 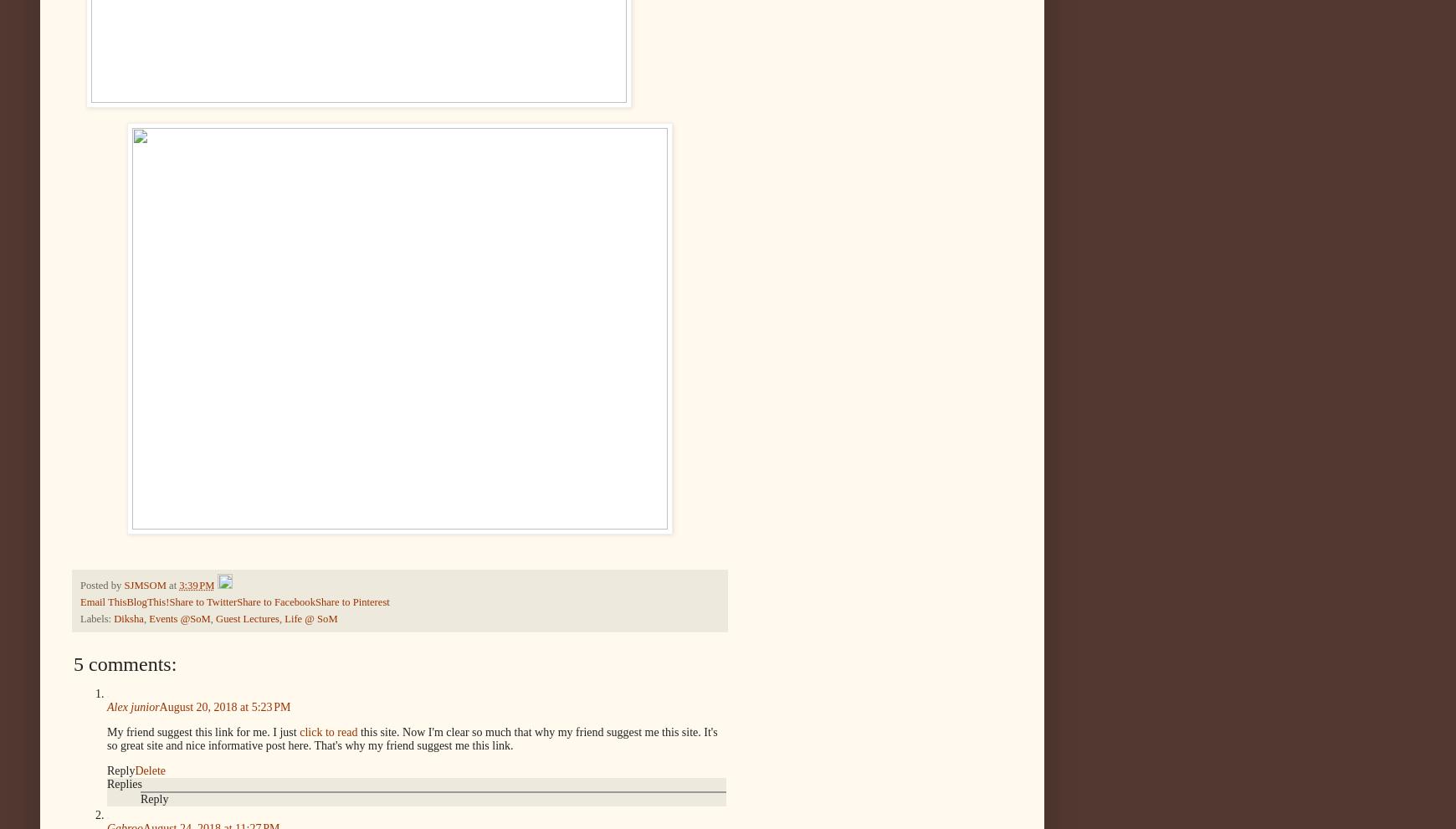 What do you see at coordinates (73, 663) in the screenshot?
I see `'5 comments:'` at bounding box center [73, 663].